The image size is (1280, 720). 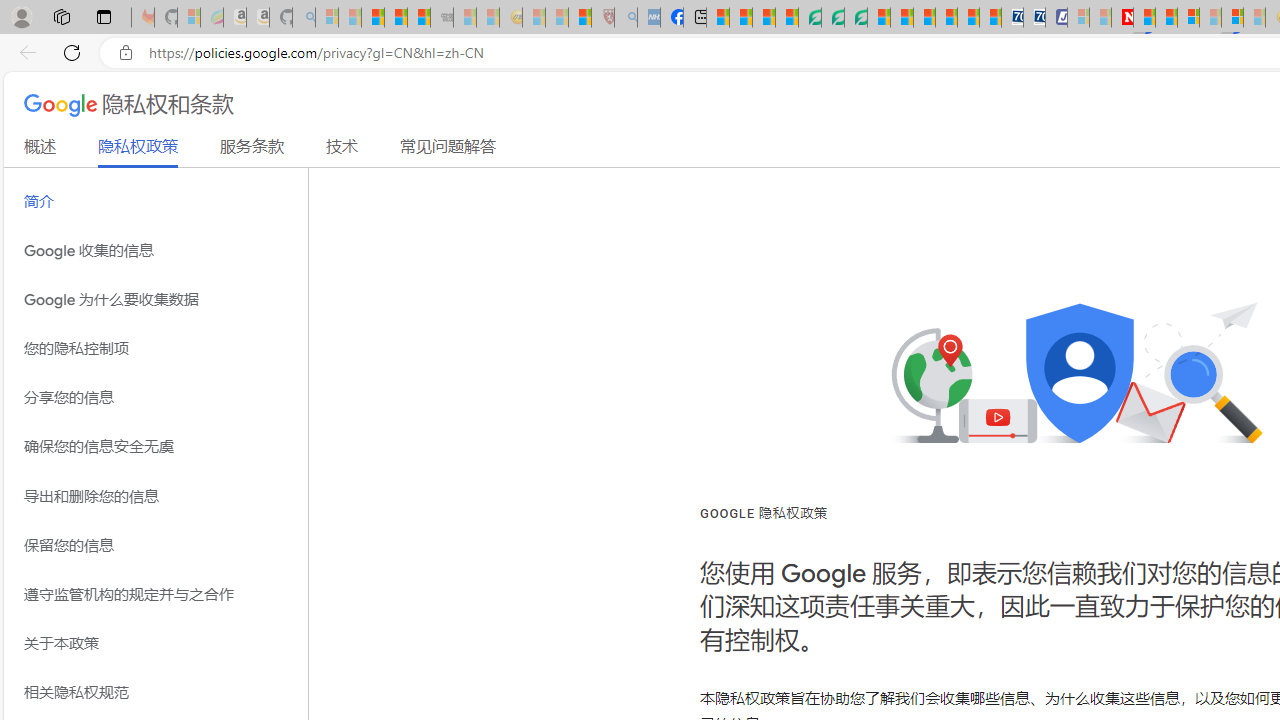 What do you see at coordinates (1034, 17) in the screenshot?
I see `'Cheap Hotels - Save70.com'` at bounding box center [1034, 17].